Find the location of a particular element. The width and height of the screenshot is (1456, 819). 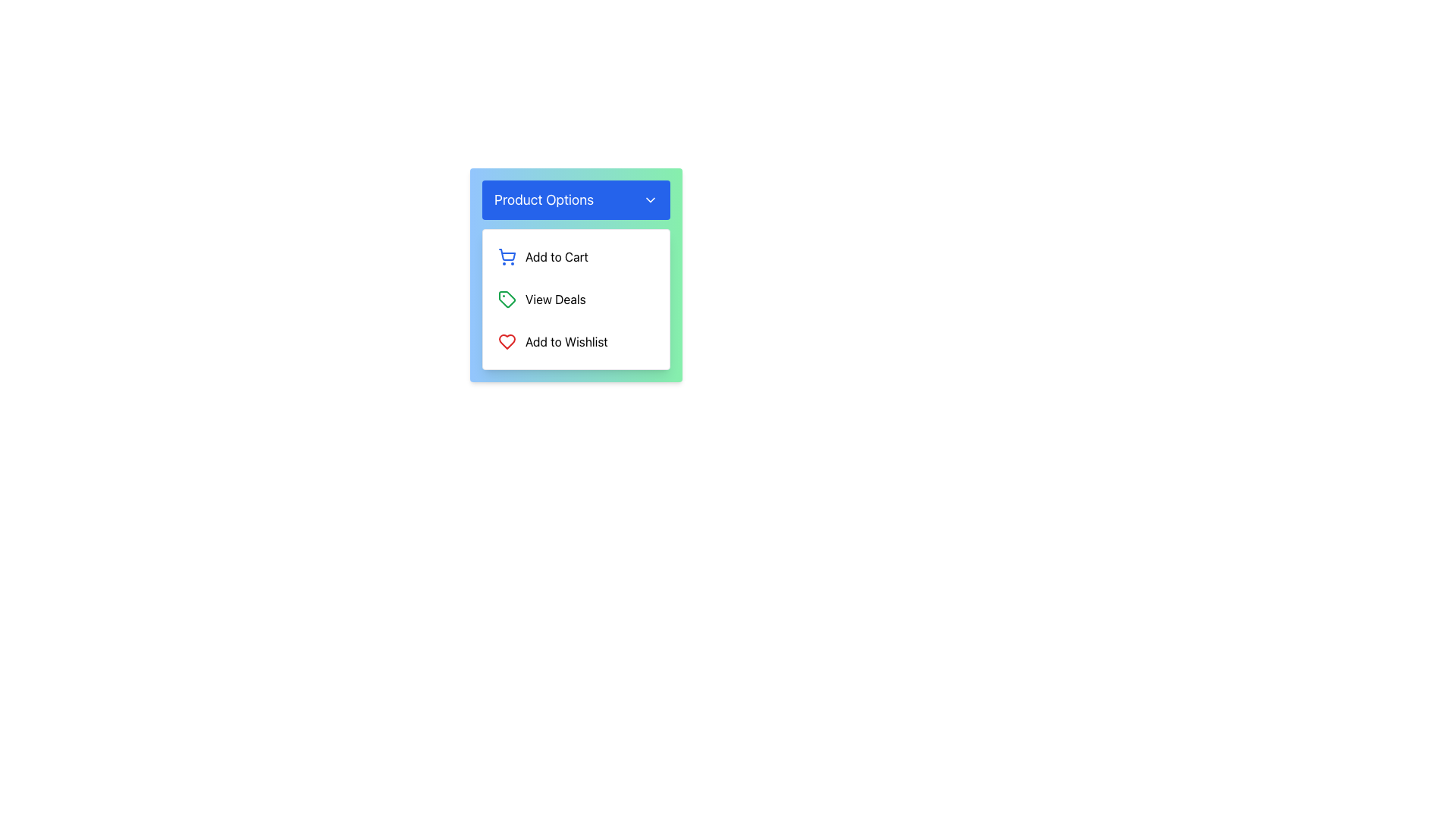

the 'Add to Cart' button located under the 'Product Options' header to trigger a background color change is located at coordinates (575, 256).